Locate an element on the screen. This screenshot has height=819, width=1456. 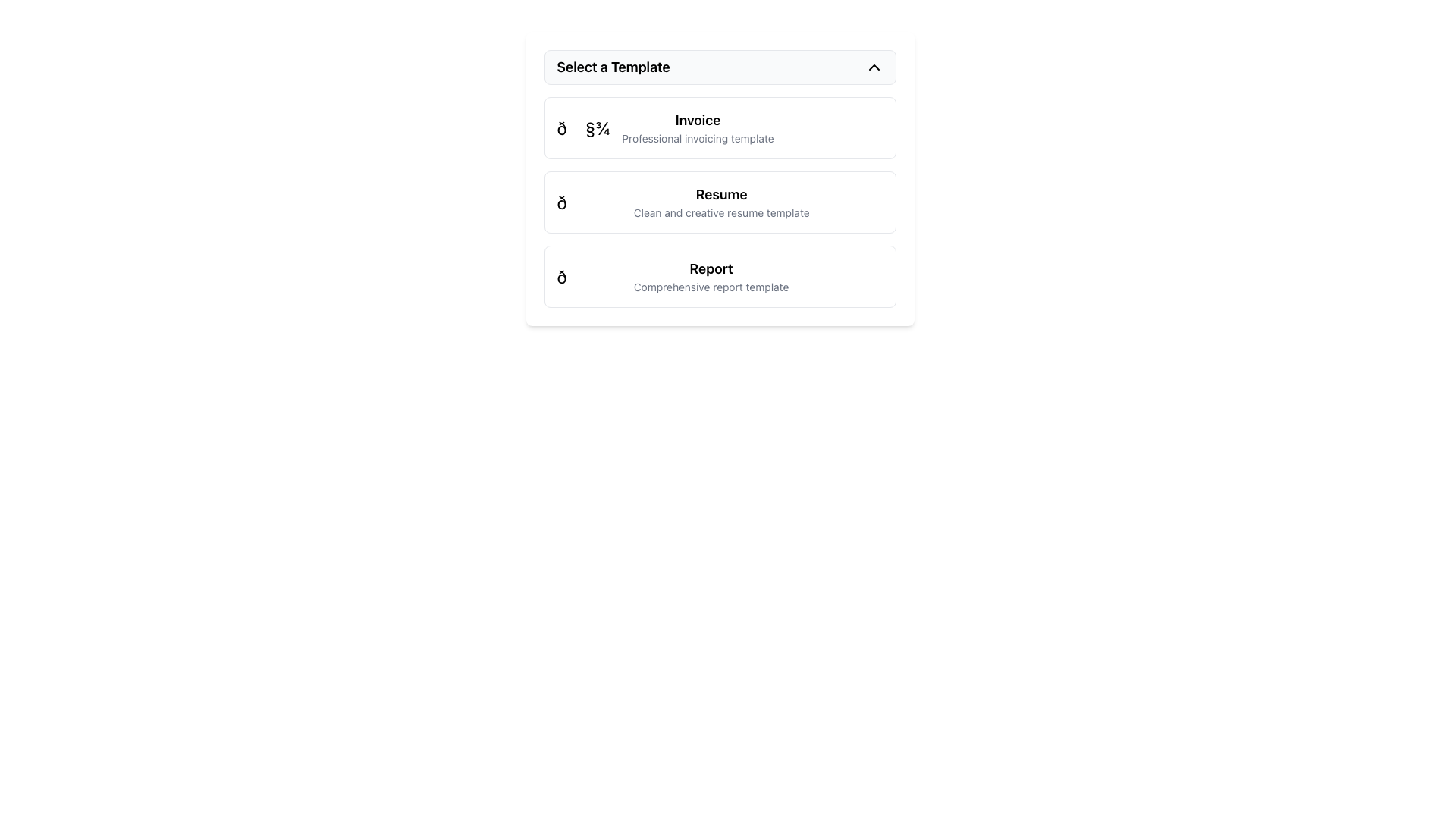
the 'Resume' button with a white background, featuring bold text and an icon, to emphasize it is located at coordinates (719, 177).